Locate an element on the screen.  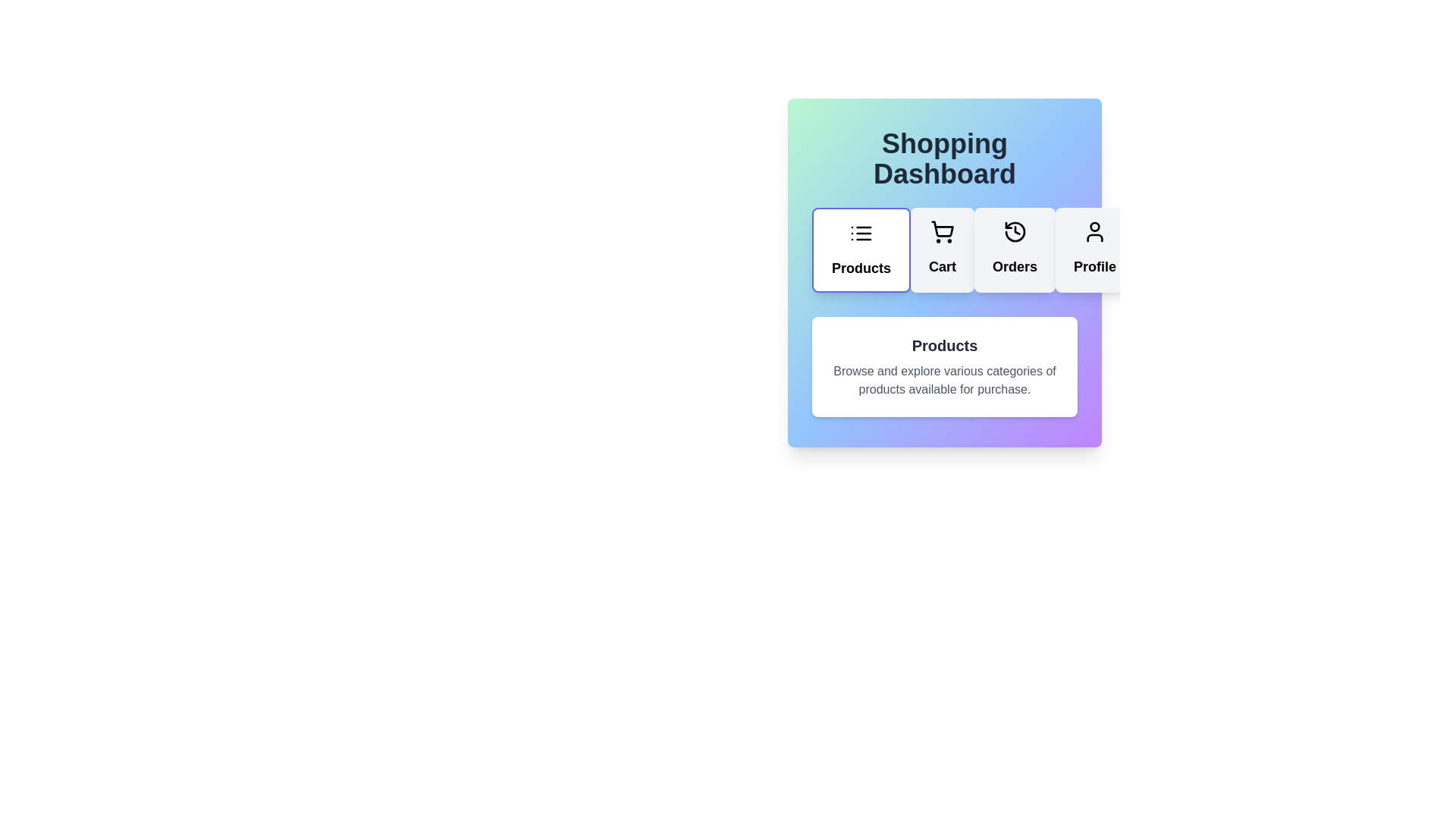
the 'Profile' tab to switch to the profile section is located at coordinates (1095, 249).